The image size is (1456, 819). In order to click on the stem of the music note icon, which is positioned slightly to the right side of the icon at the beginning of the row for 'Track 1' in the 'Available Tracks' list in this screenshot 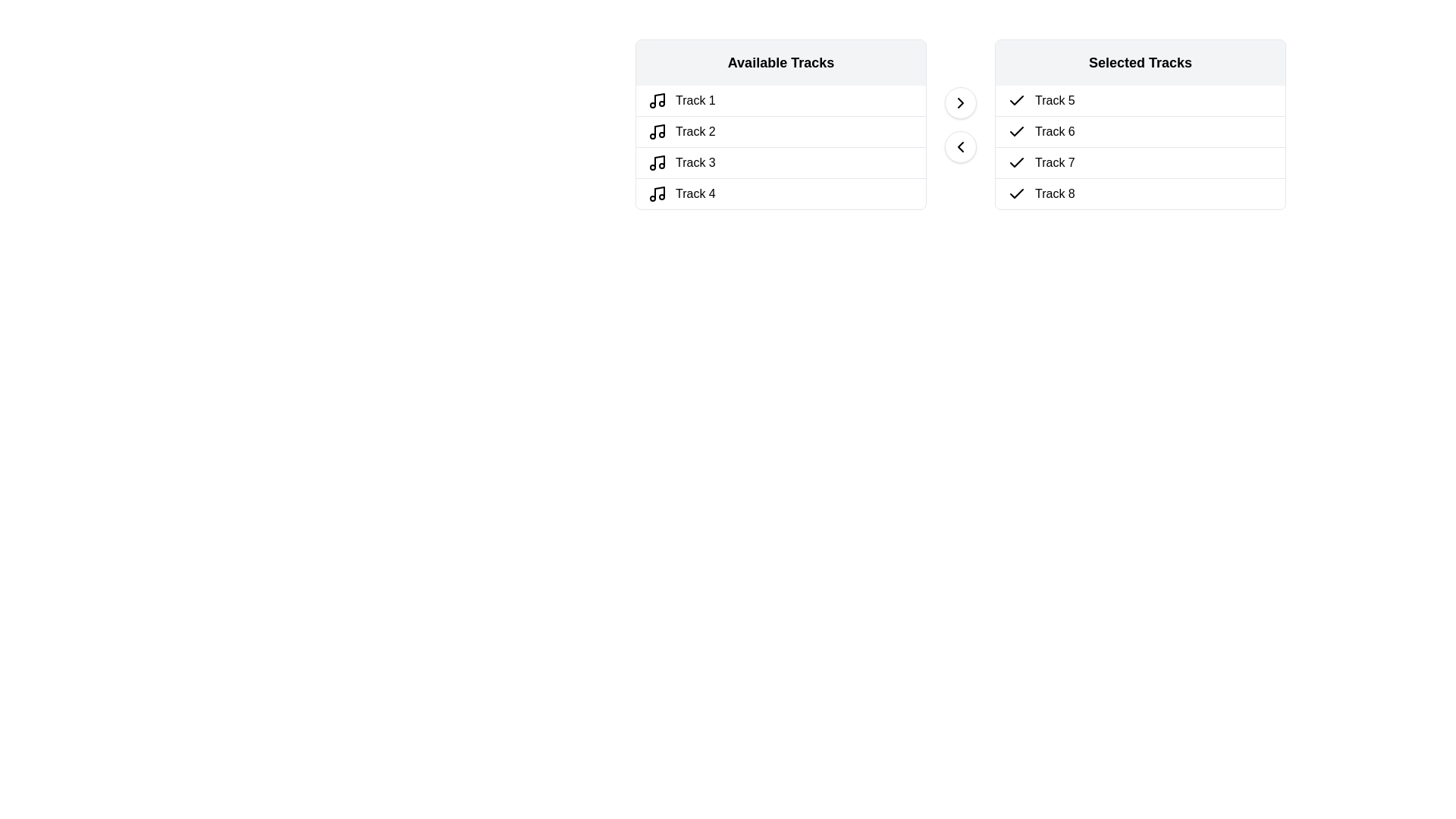, I will do `click(659, 99)`.